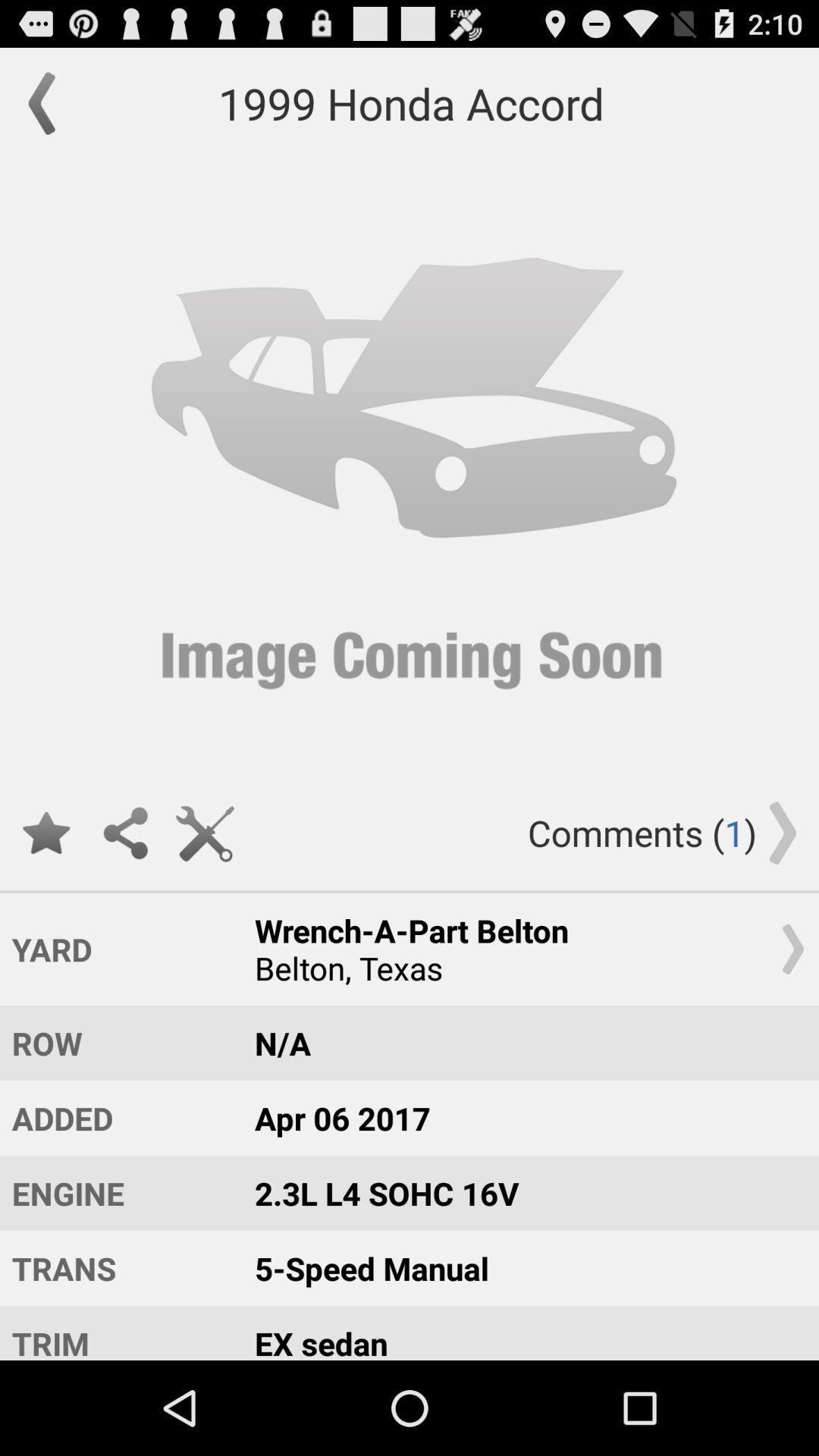  What do you see at coordinates (49, 102) in the screenshot?
I see `go back` at bounding box center [49, 102].